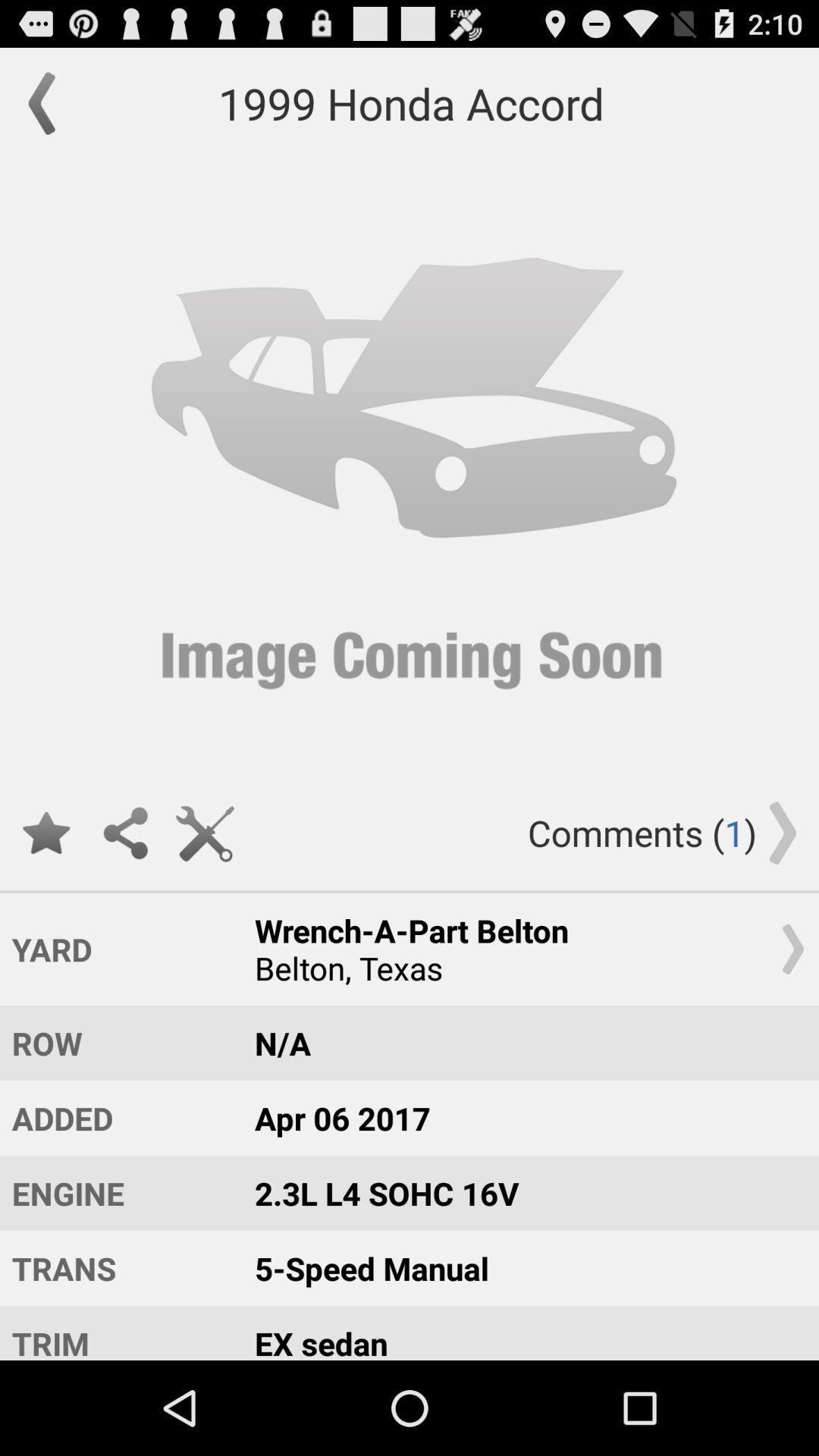  What do you see at coordinates (49, 102) in the screenshot?
I see `go back` at bounding box center [49, 102].